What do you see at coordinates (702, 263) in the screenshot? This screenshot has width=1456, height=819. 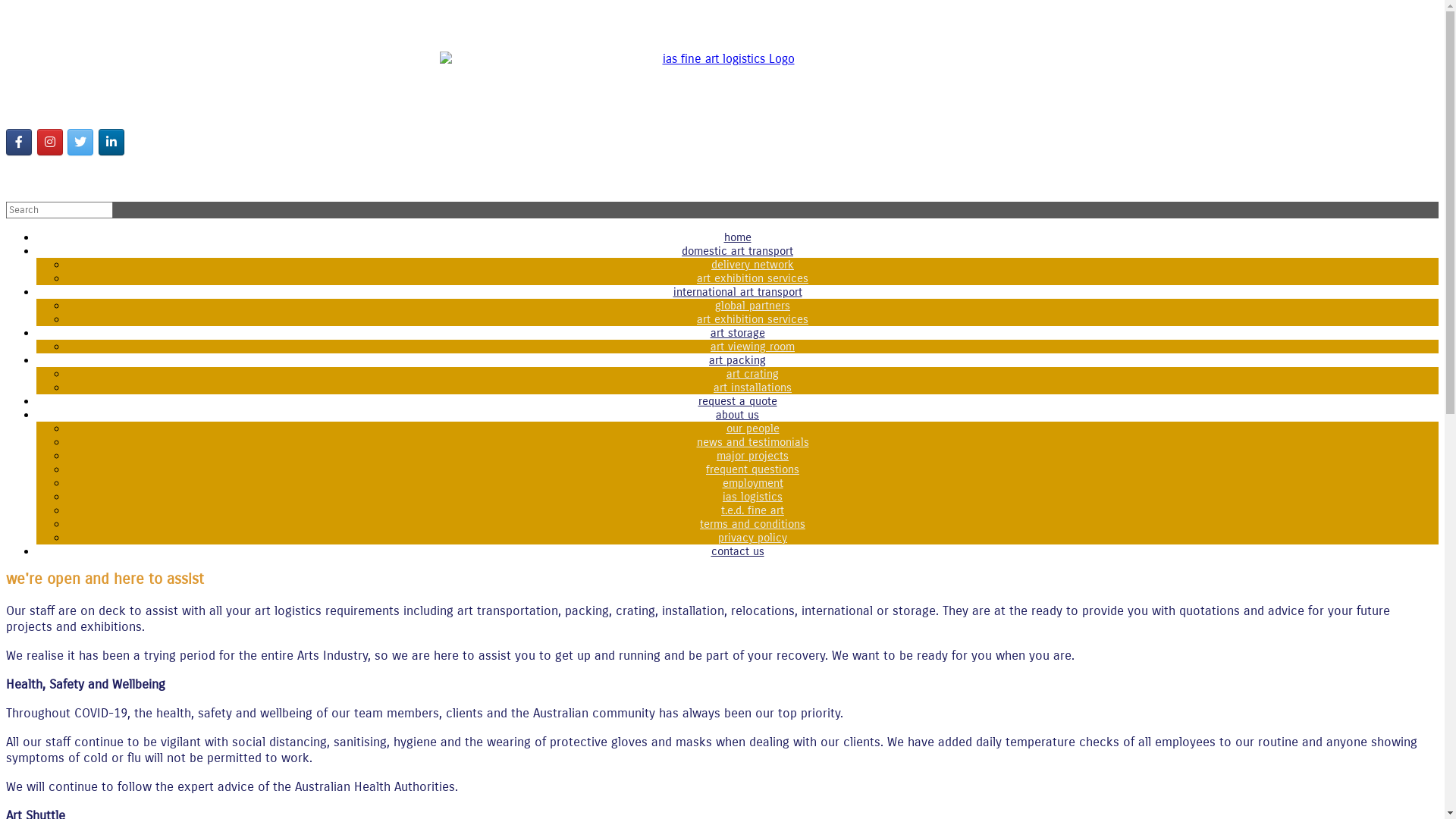 I see `'delivery network'` at bounding box center [702, 263].